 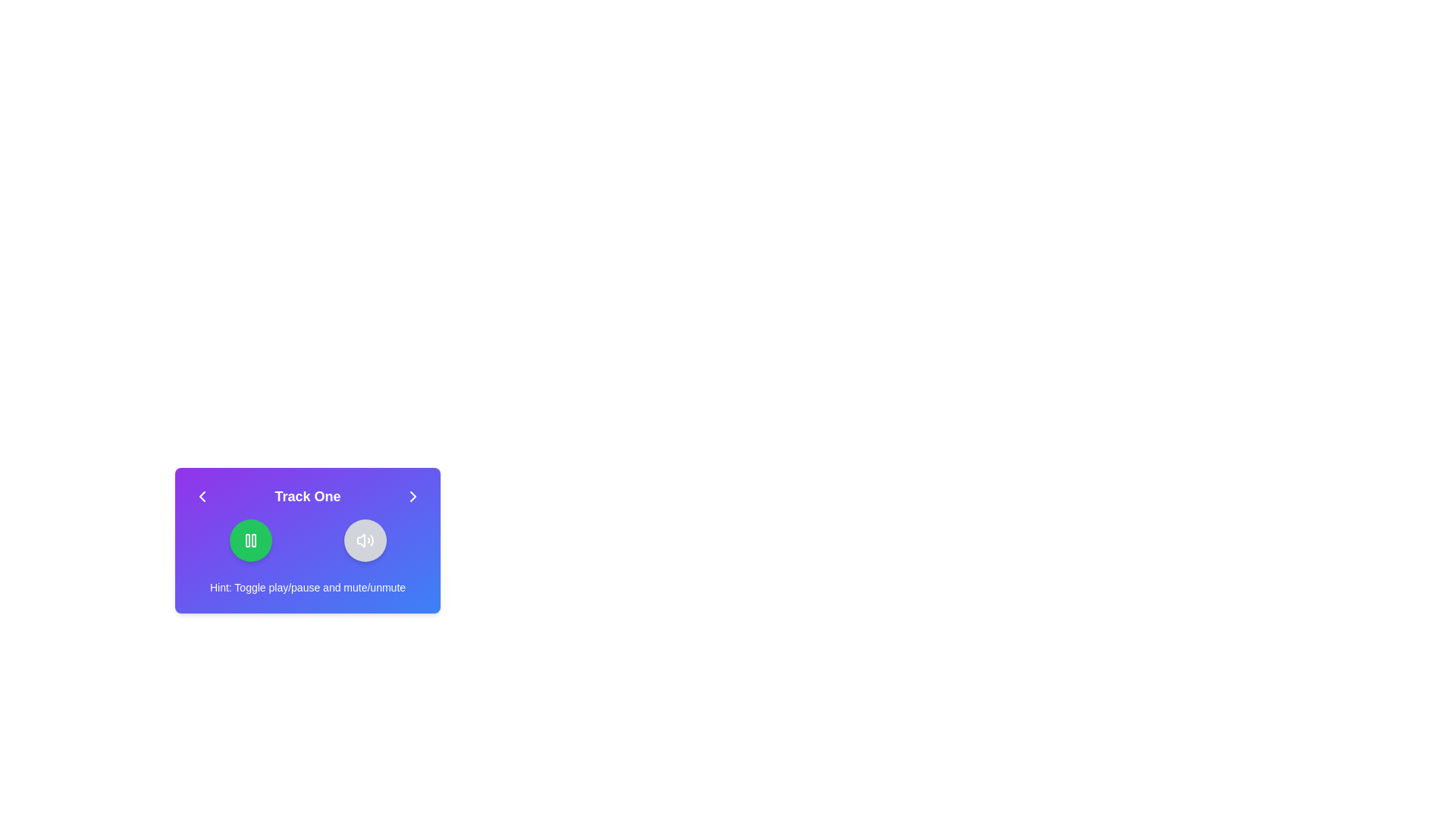 I want to click on the outermost arc of the speaker volume indicator icon, which is located on the far right within the blue section of the footer, so click(x=372, y=540).